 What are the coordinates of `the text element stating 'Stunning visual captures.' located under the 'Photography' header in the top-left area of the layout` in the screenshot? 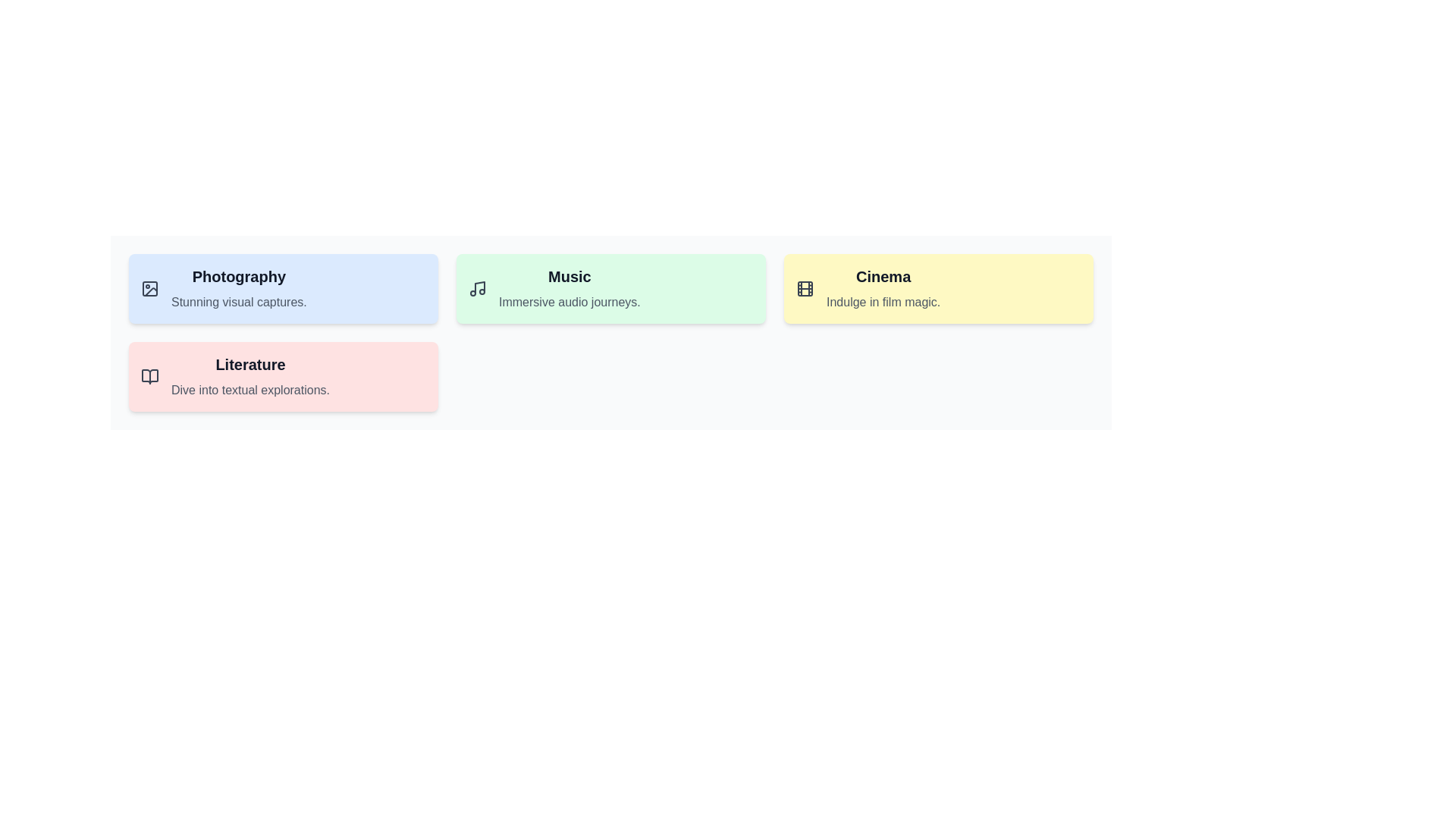 It's located at (238, 302).